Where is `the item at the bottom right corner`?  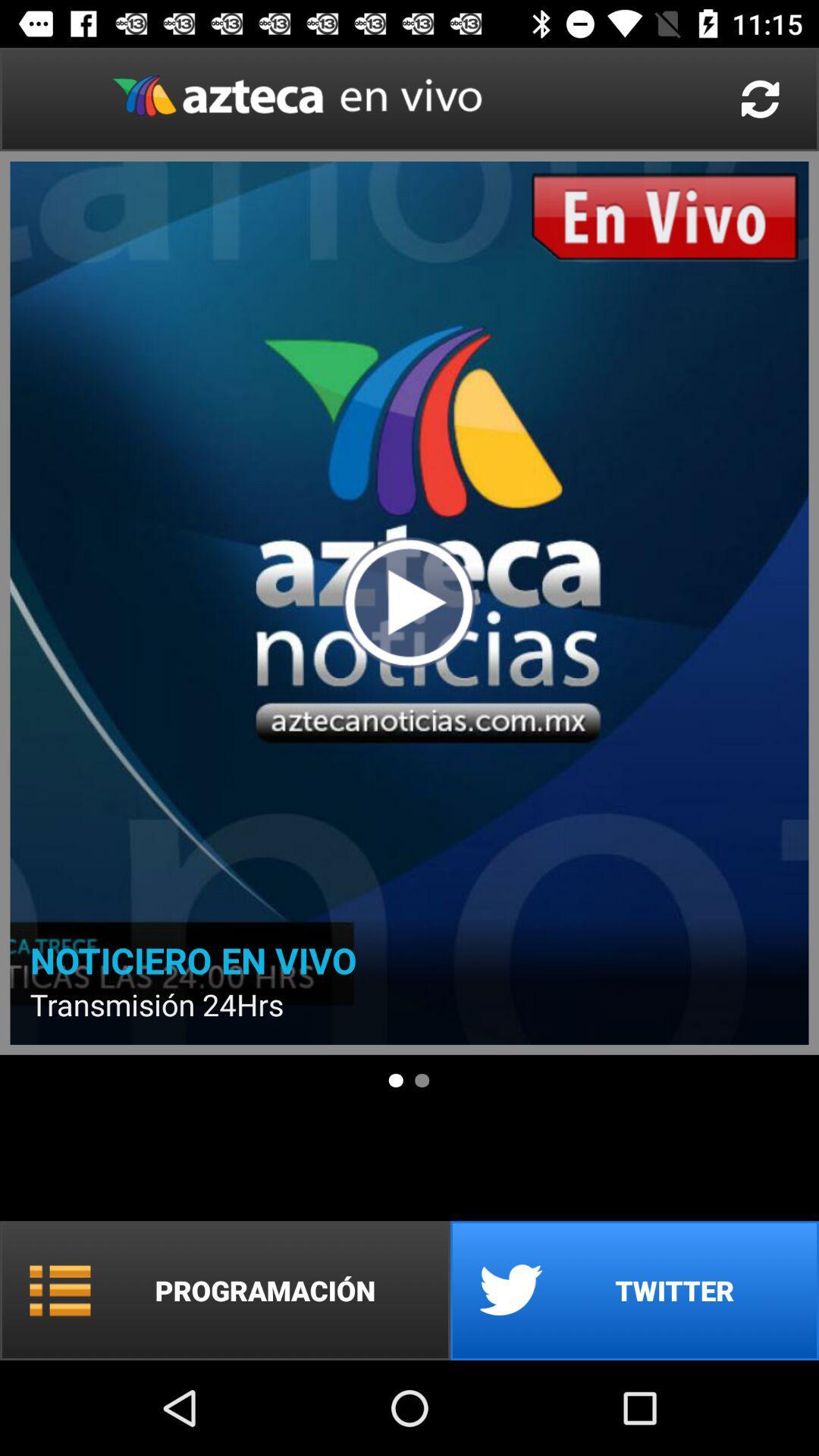
the item at the bottom right corner is located at coordinates (635, 1290).